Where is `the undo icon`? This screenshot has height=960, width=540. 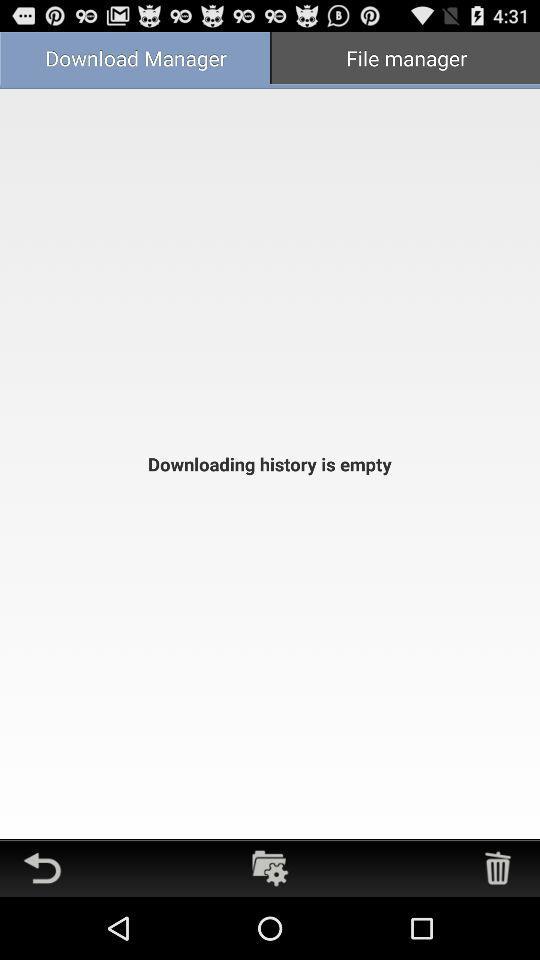 the undo icon is located at coordinates (42, 929).